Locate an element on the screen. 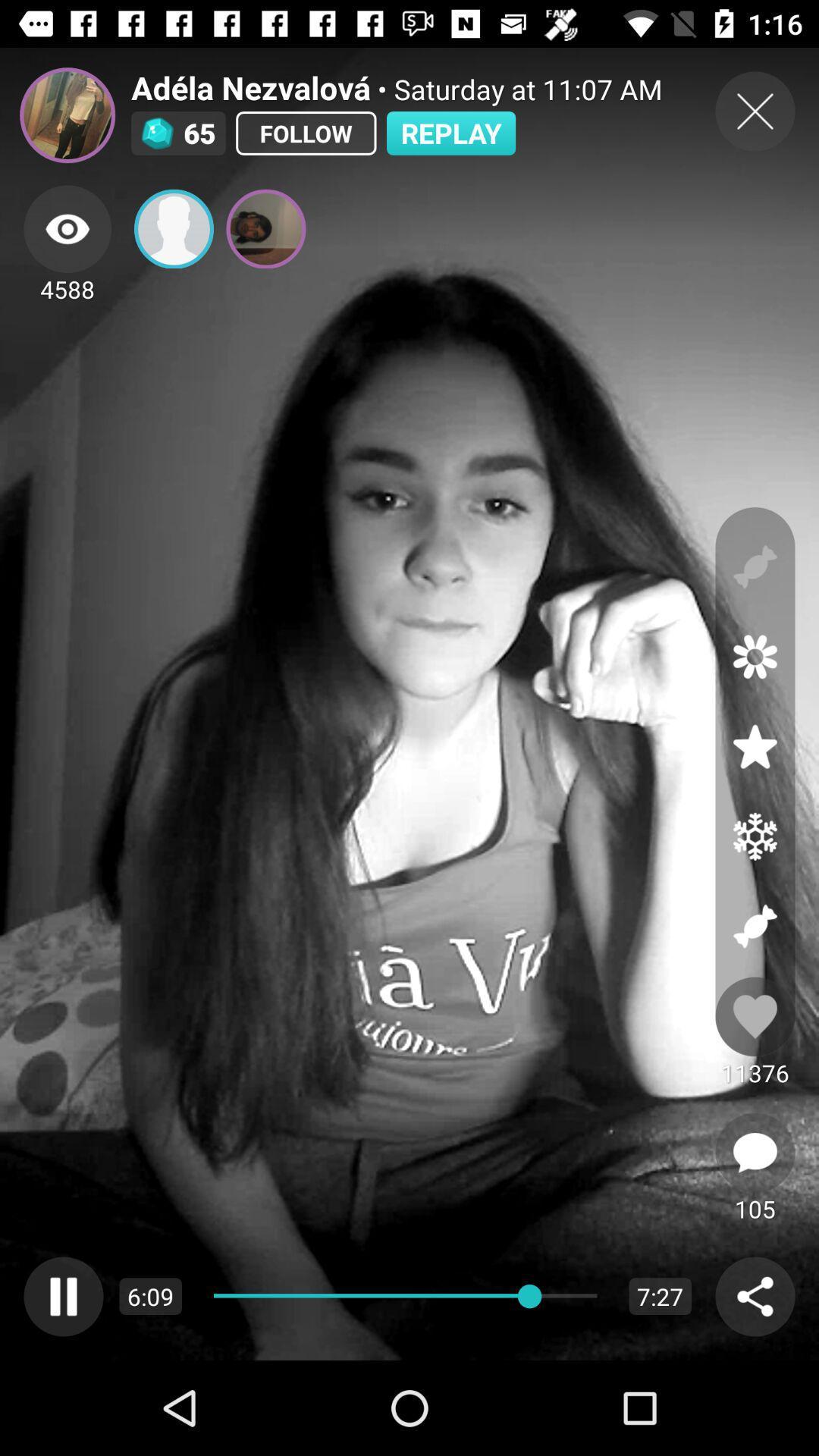 This screenshot has width=819, height=1456. close button is located at coordinates (755, 111).